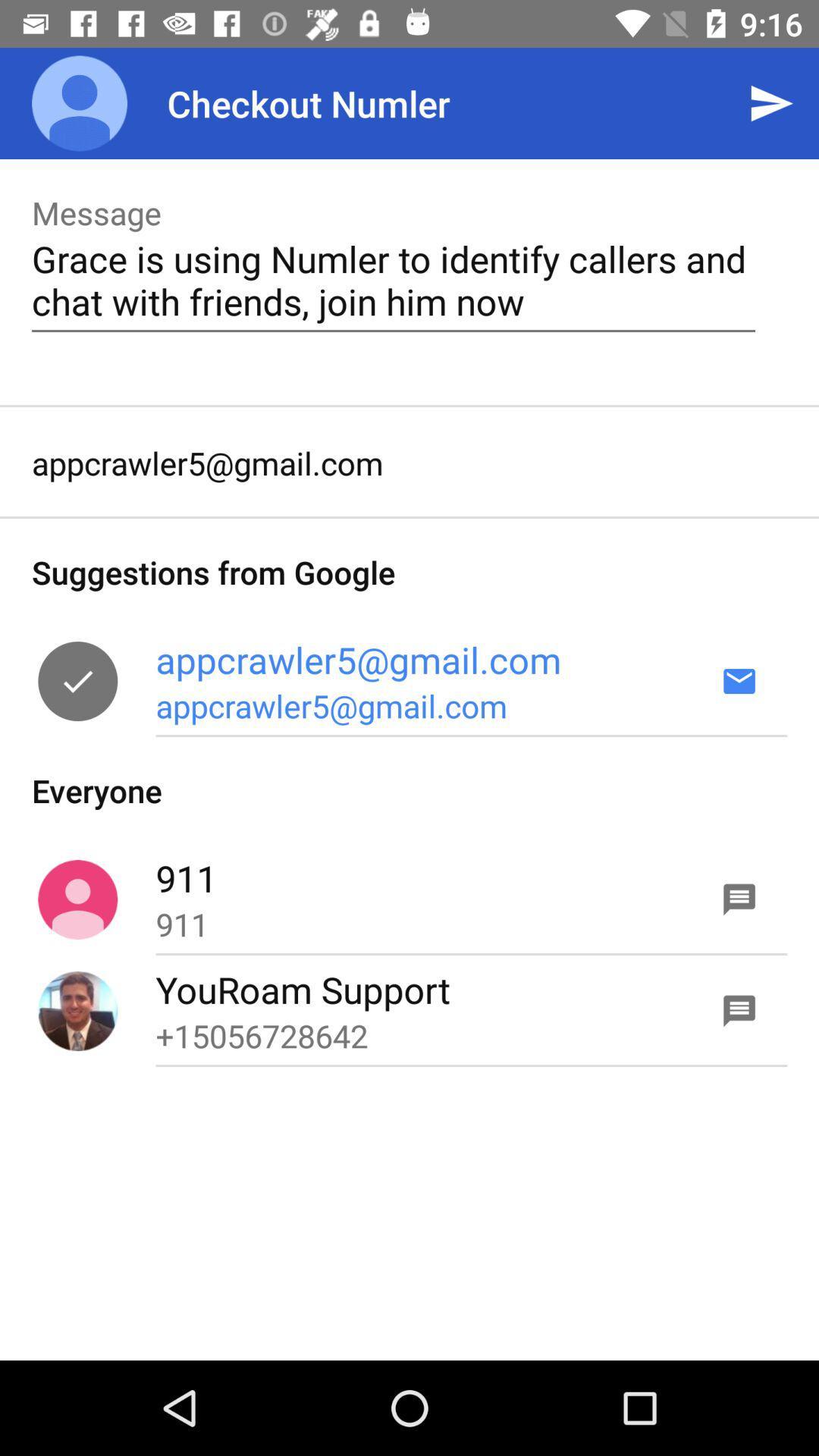  I want to click on icon above message, so click(79, 102).